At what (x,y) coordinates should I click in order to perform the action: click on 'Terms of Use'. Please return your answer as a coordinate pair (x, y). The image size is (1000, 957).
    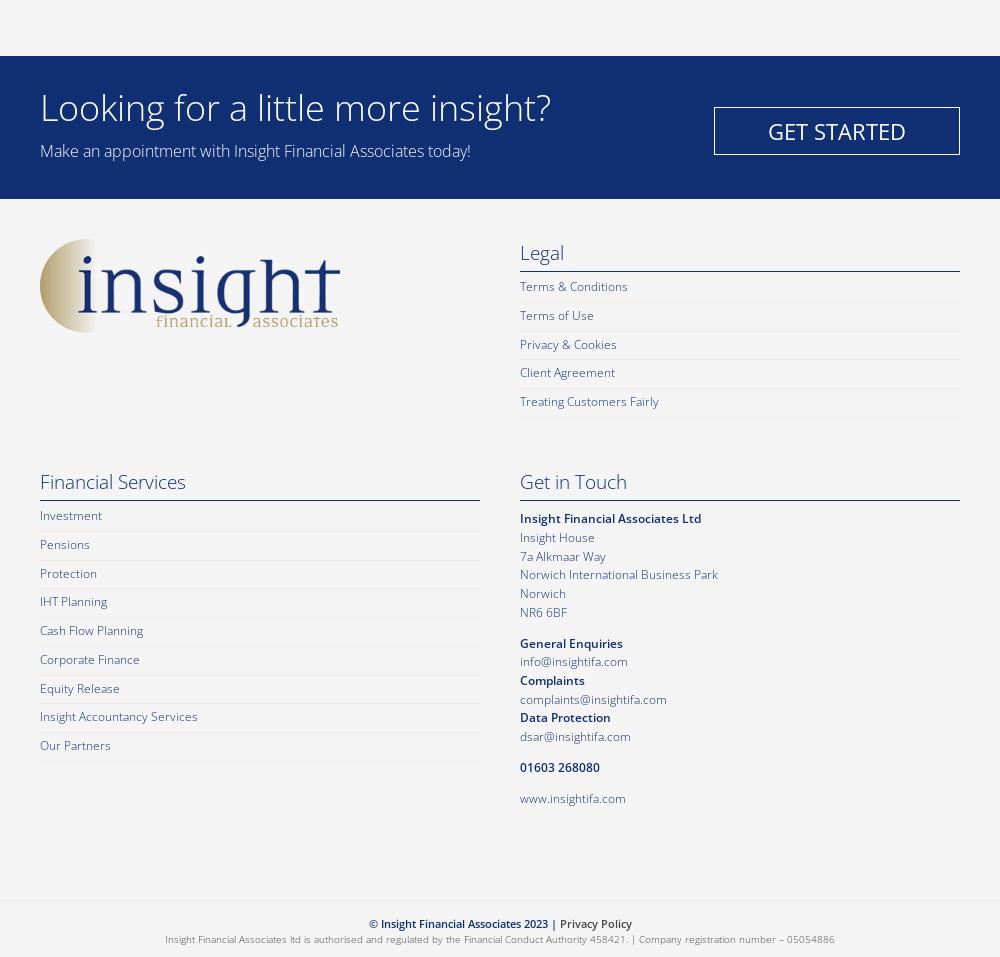
    Looking at the image, I should click on (557, 314).